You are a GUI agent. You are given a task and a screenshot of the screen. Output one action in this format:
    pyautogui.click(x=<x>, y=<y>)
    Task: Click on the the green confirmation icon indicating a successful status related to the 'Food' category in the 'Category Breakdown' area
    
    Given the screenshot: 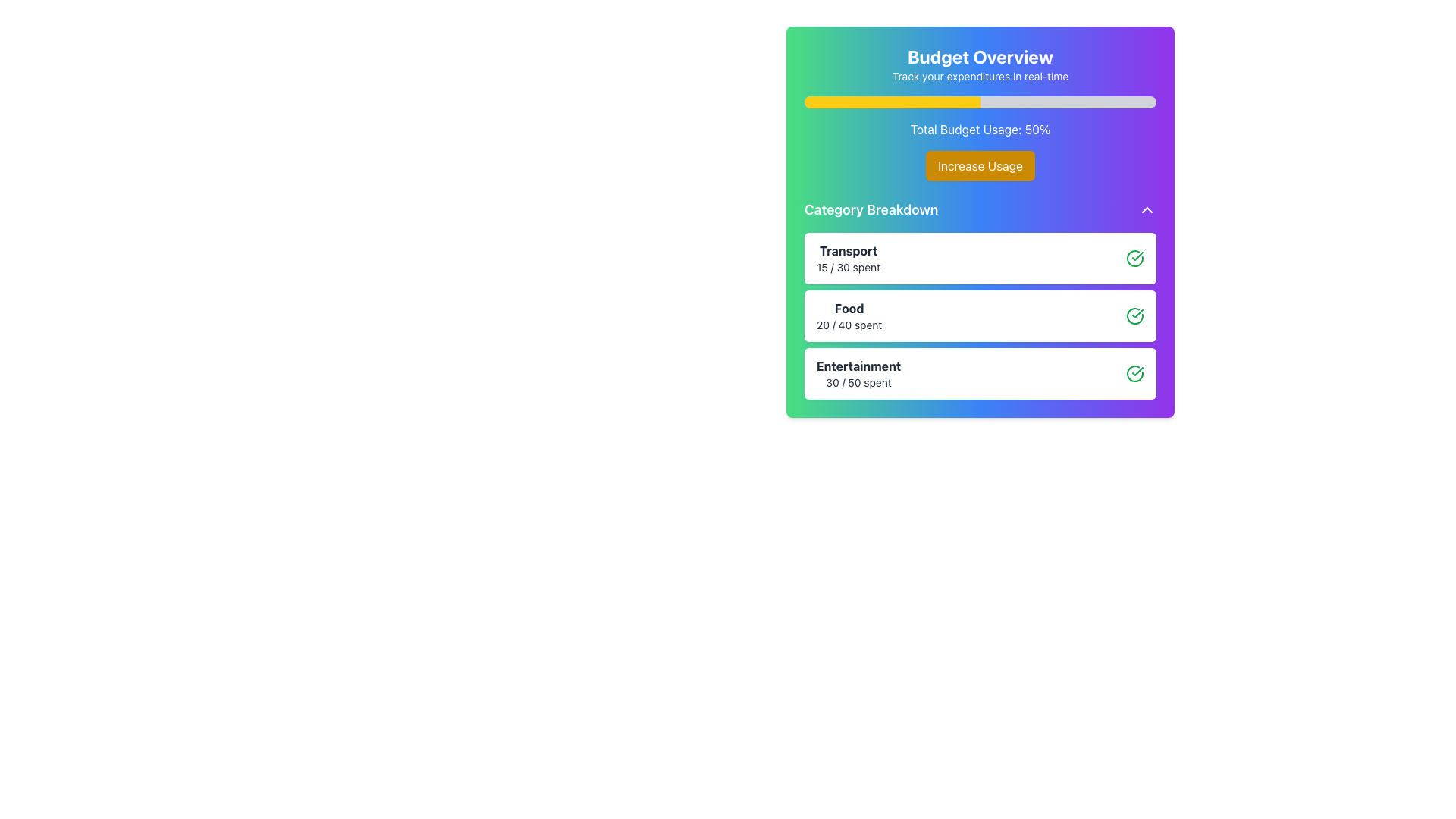 What is the action you would take?
    pyautogui.click(x=1135, y=315)
    